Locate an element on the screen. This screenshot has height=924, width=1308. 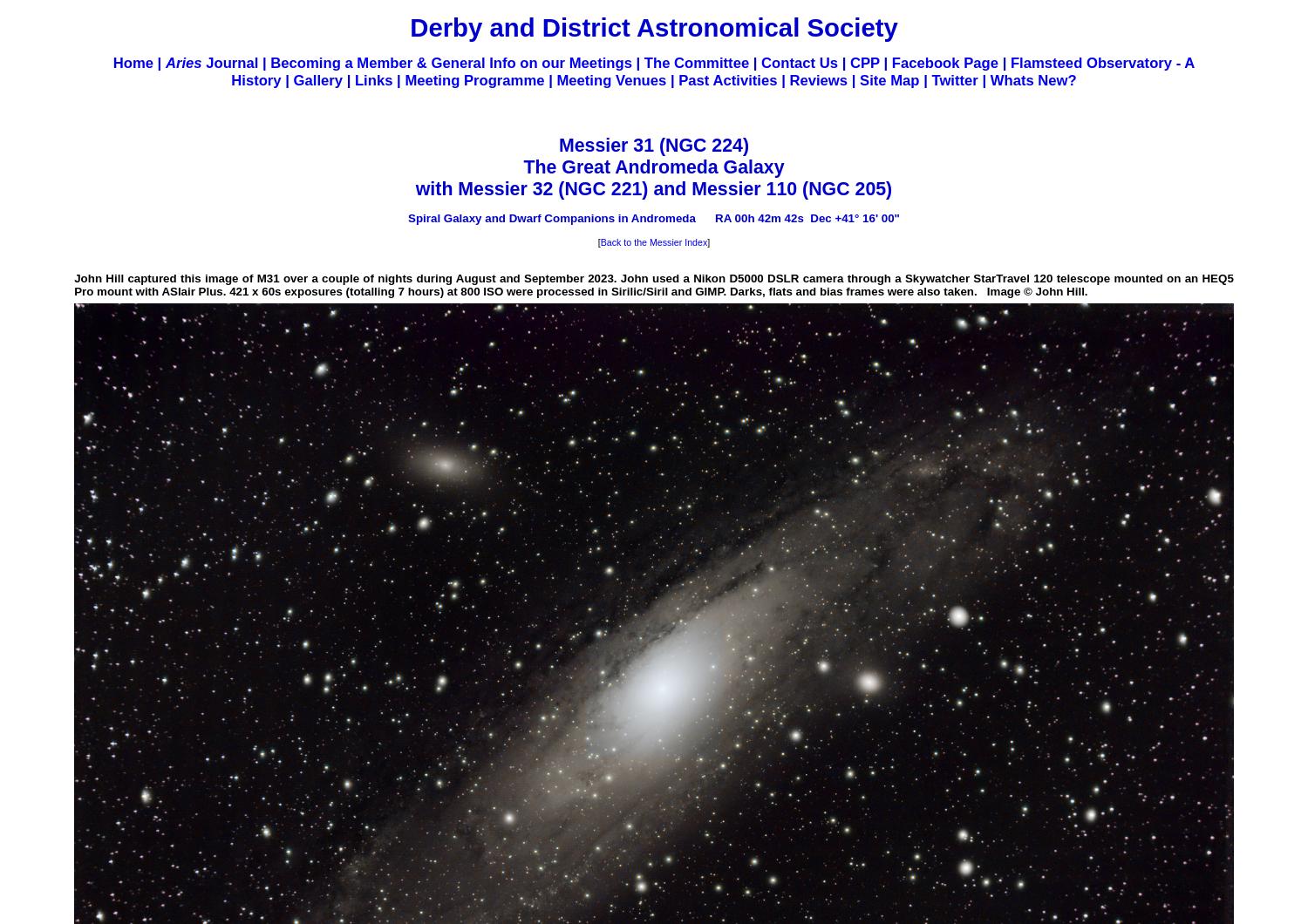
'Facebook Page' is located at coordinates (944, 63).